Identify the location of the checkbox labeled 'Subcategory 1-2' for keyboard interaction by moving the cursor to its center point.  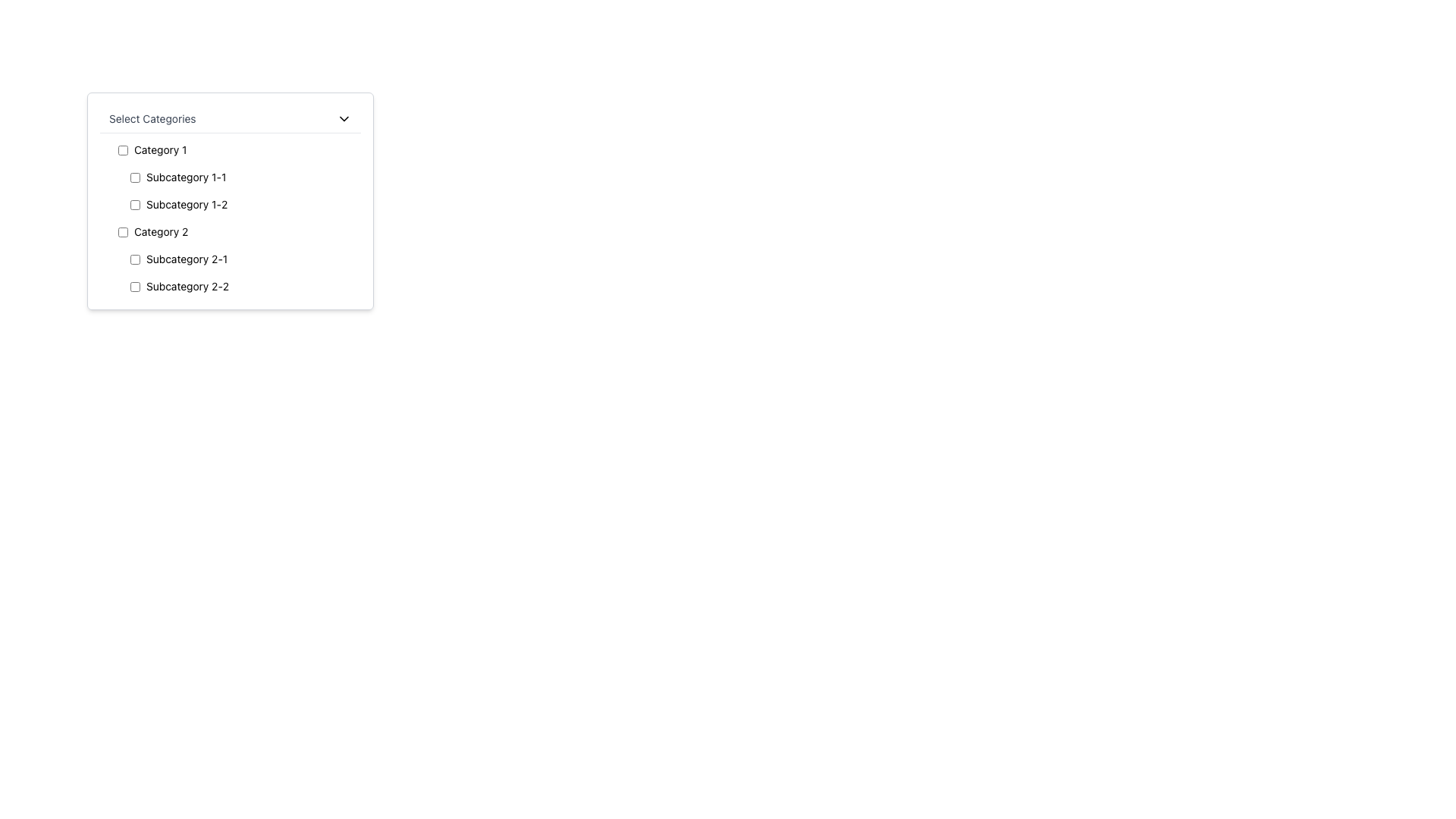
(243, 205).